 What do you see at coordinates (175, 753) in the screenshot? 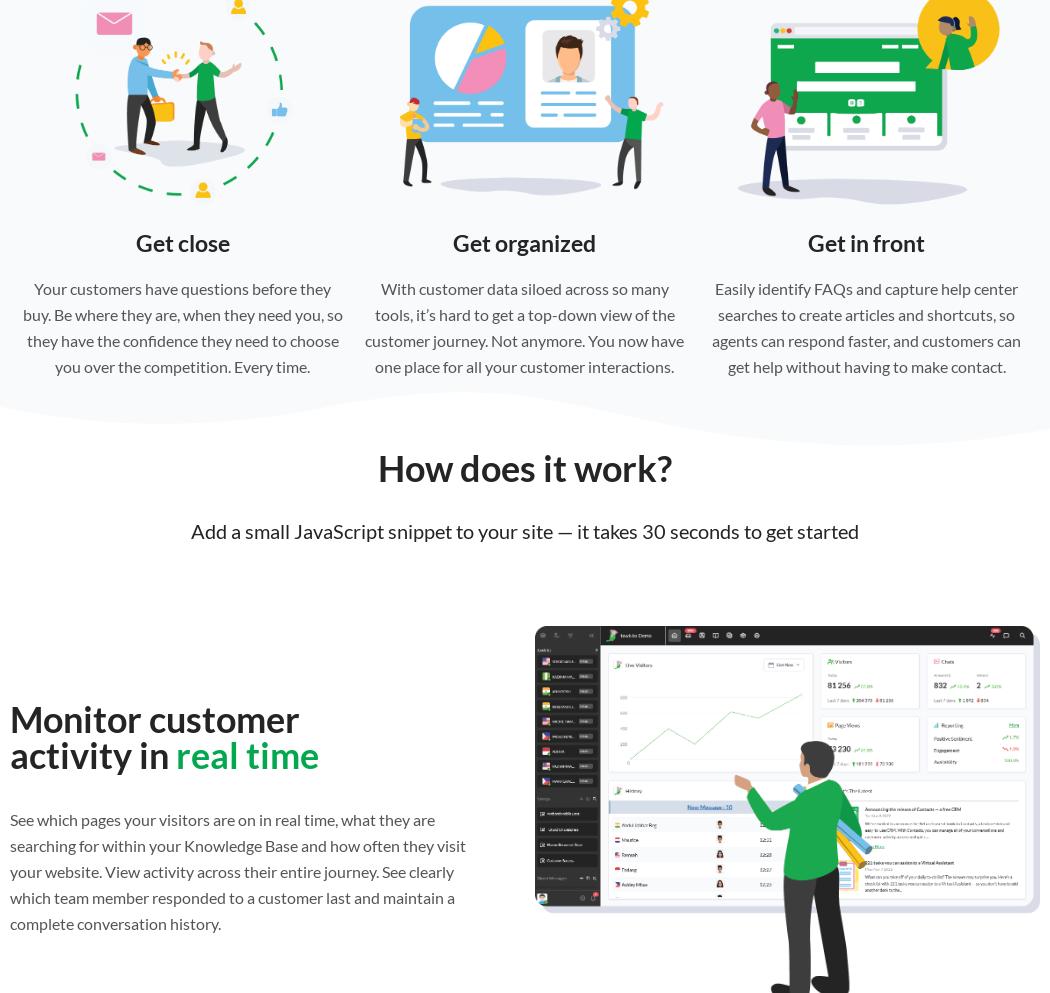
I see `'real time'` at bounding box center [175, 753].